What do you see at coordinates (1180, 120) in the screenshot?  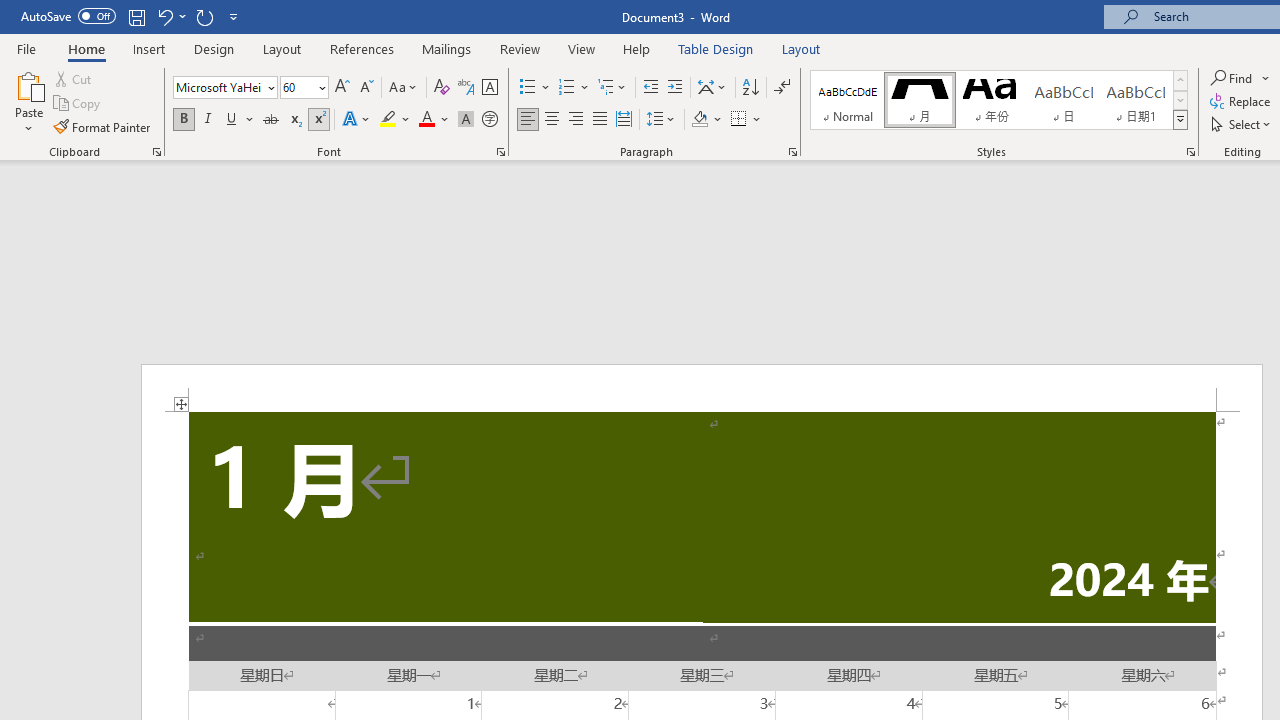 I see `'Styles'` at bounding box center [1180, 120].